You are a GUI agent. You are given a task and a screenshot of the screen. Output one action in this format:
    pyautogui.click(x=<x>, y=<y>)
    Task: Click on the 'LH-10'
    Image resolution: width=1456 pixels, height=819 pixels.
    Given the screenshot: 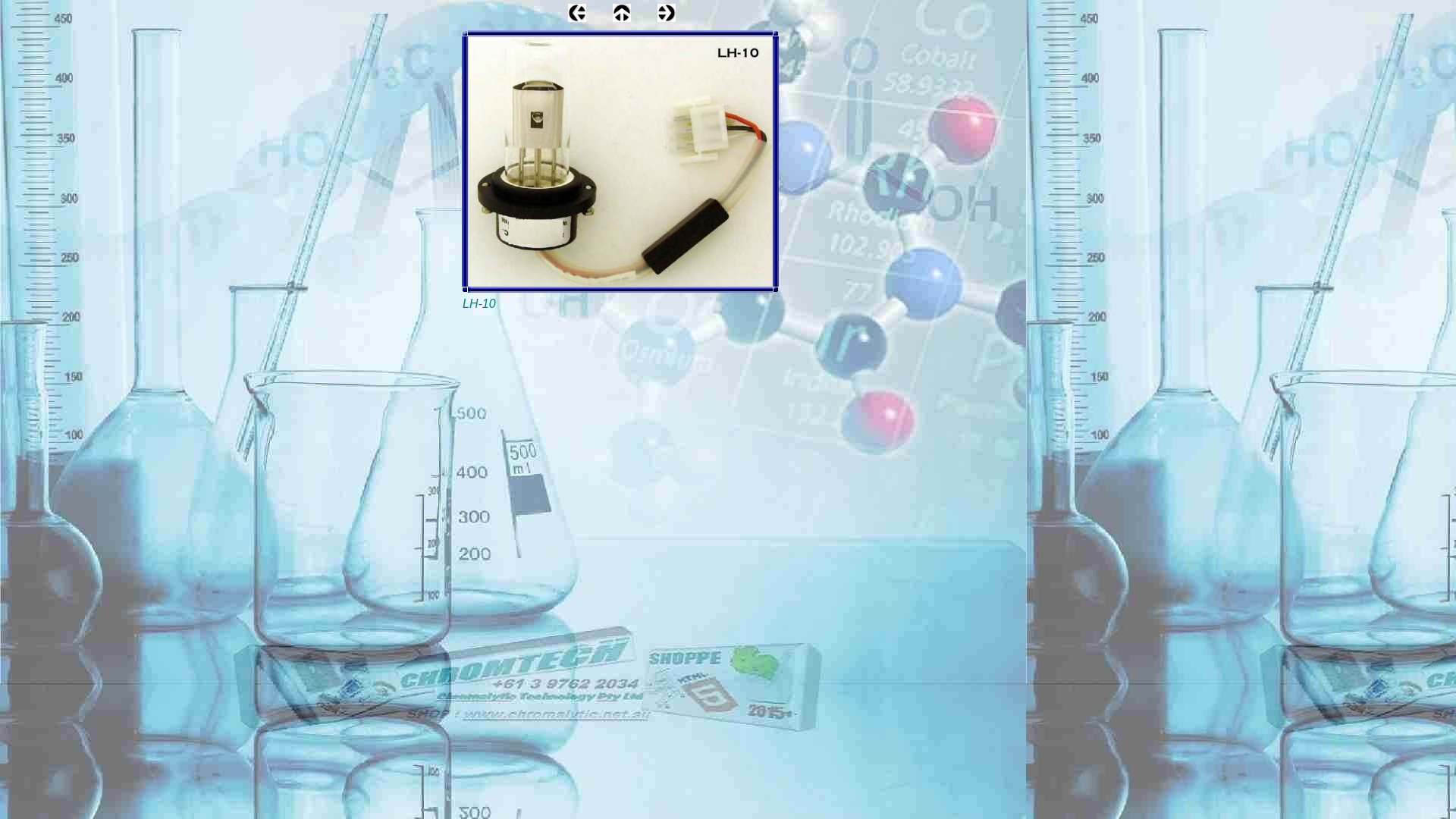 What is the action you would take?
    pyautogui.click(x=620, y=161)
    